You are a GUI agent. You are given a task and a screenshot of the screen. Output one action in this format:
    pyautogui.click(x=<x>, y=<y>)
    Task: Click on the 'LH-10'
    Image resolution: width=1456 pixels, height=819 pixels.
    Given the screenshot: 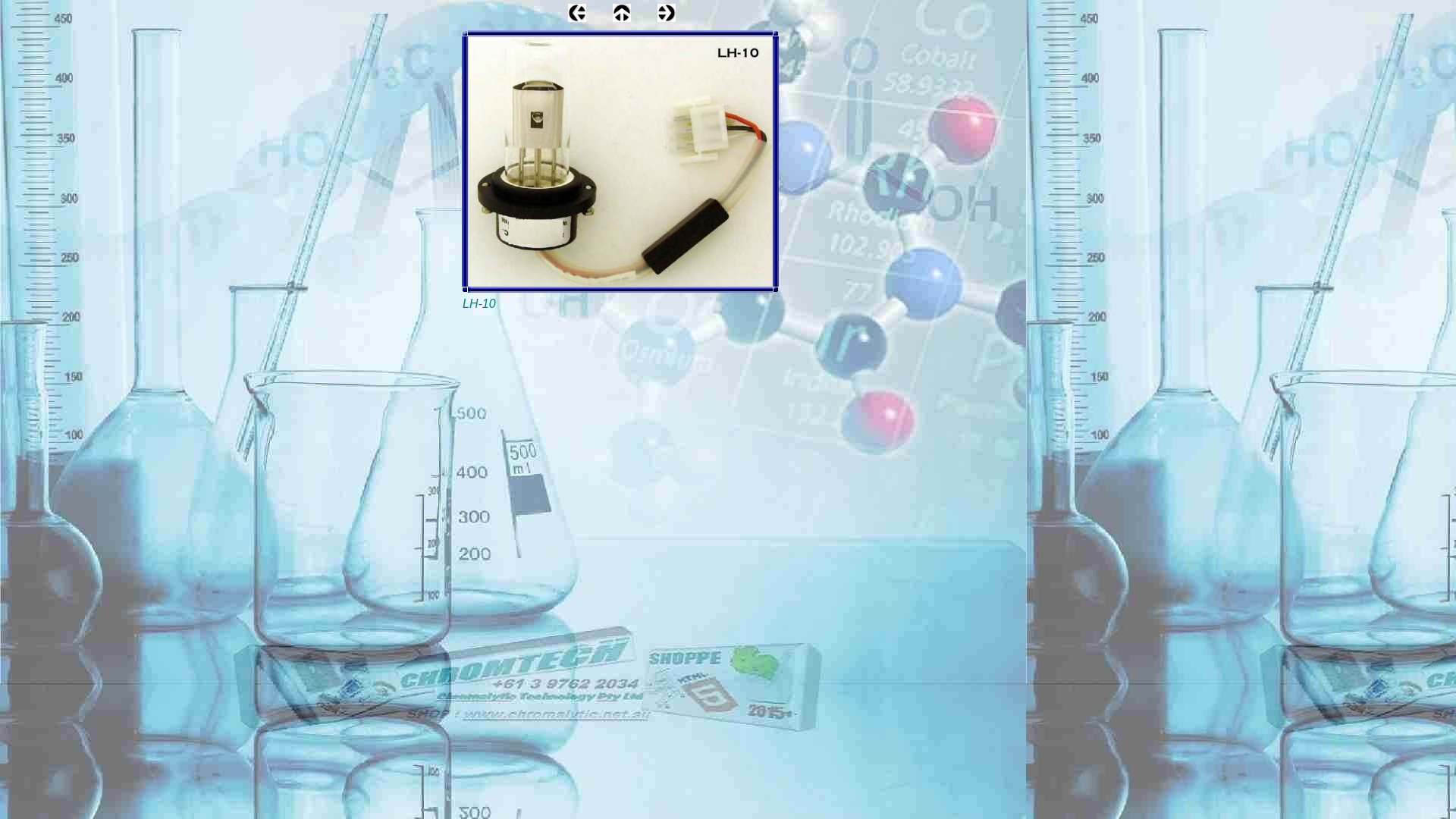 What is the action you would take?
    pyautogui.click(x=620, y=161)
    